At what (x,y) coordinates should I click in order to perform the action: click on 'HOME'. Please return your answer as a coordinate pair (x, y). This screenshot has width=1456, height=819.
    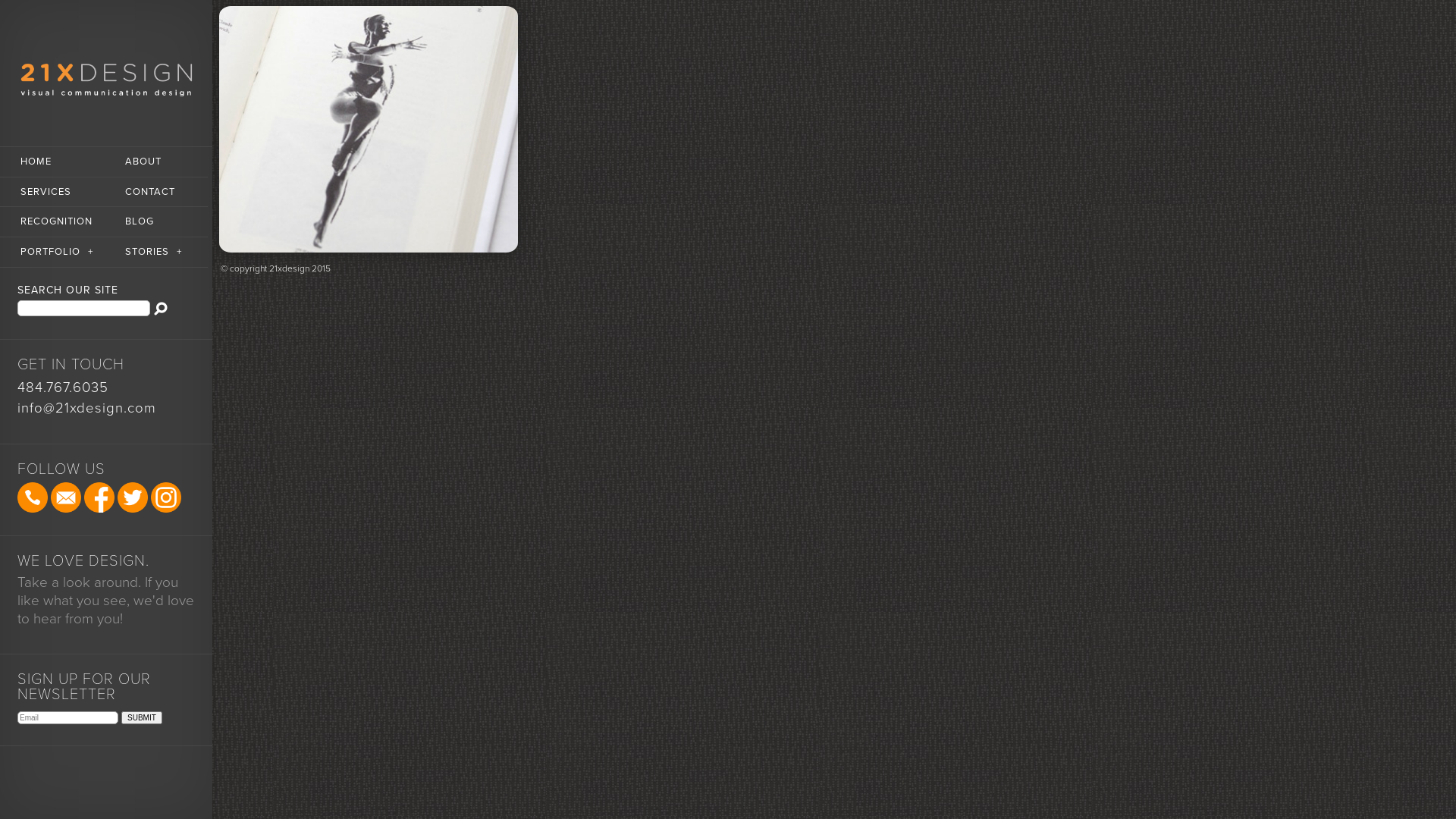
    Looking at the image, I should click on (52, 162).